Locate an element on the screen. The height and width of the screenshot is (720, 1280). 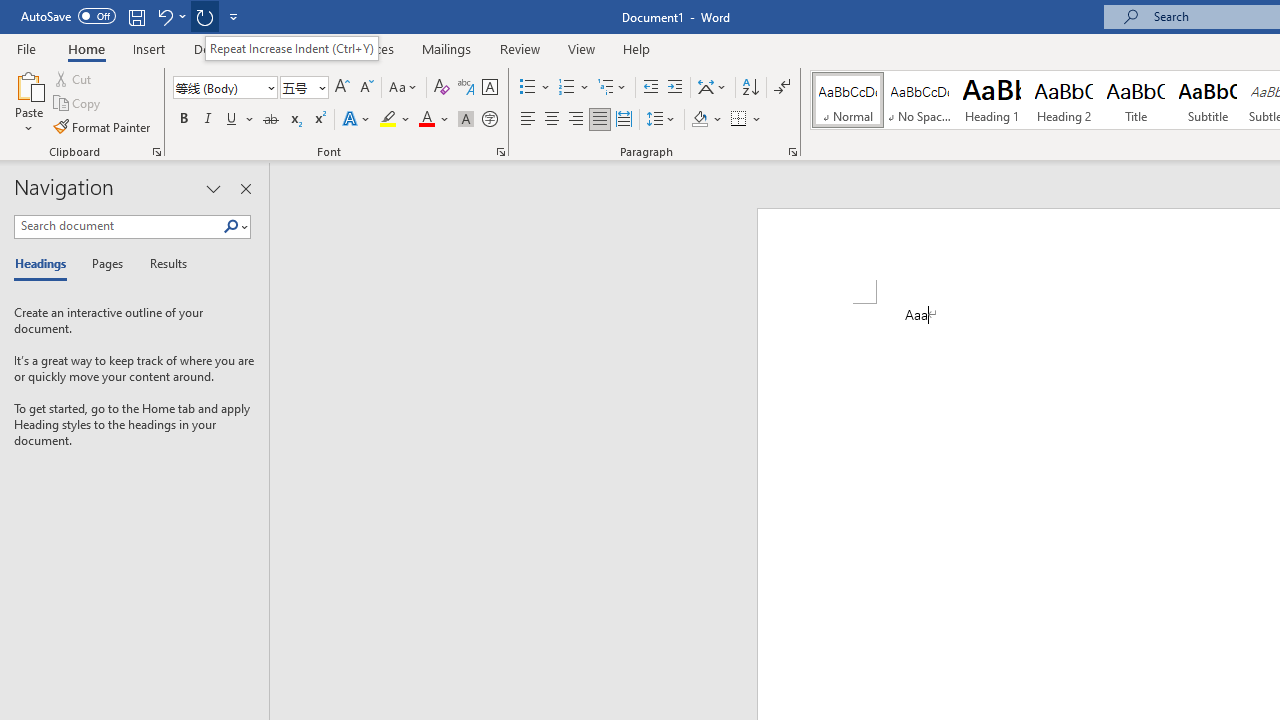
'Heading 1' is located at coordinates (992, 100).